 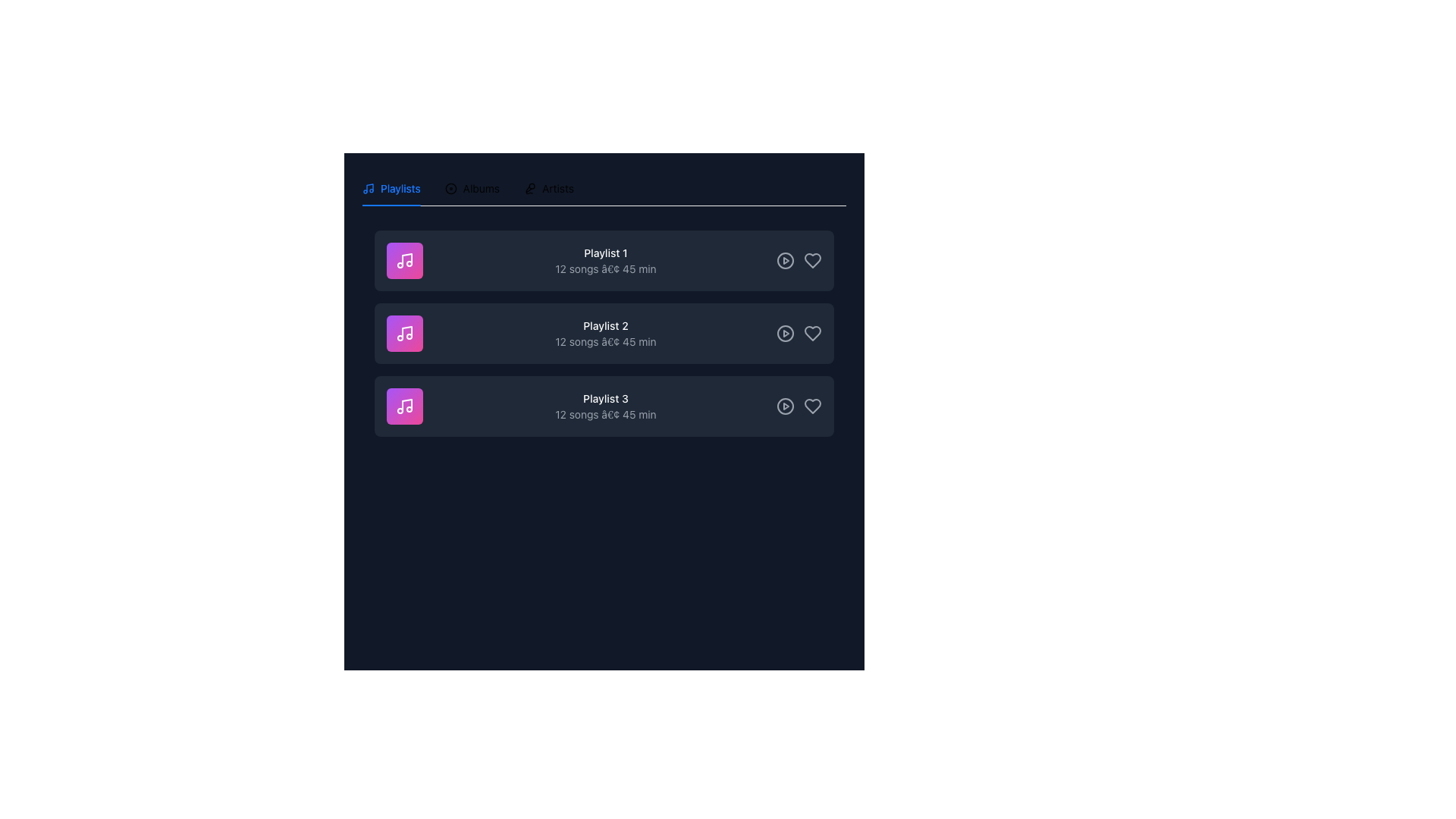 I want to click on the 'Playlist 2' text label, which is styled in white font on a dark background and is part of a playlist listing card, positioned above the details about the playlist's content, so click(x=604, y=325).